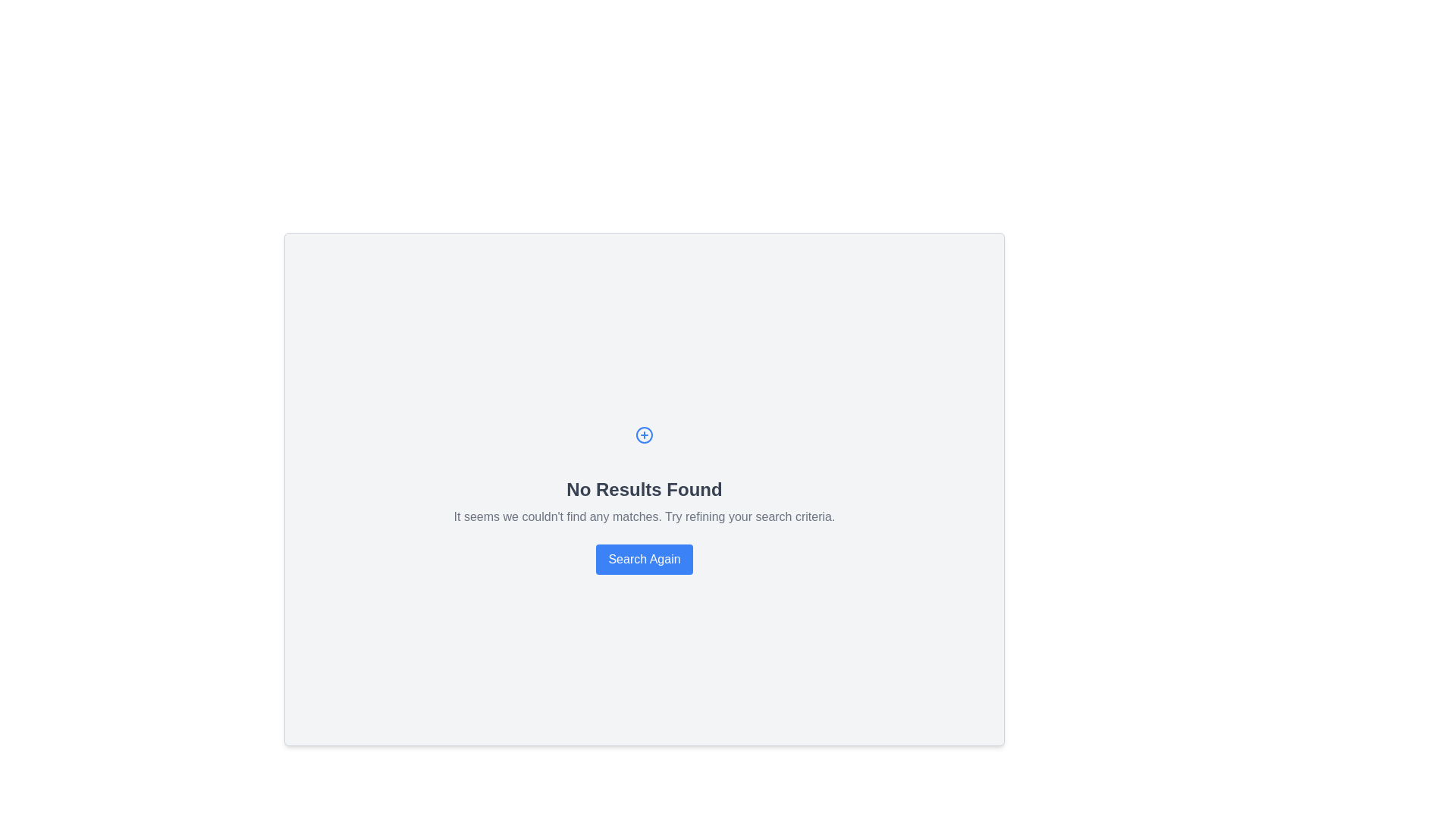 The width and height of the screenshot is (1456, 819). What do you see at coordinates (644, 435) in the screenshot?
I see `the circular icon button with a blue border and a plus sign (+)` at bounding box center [644, 435].